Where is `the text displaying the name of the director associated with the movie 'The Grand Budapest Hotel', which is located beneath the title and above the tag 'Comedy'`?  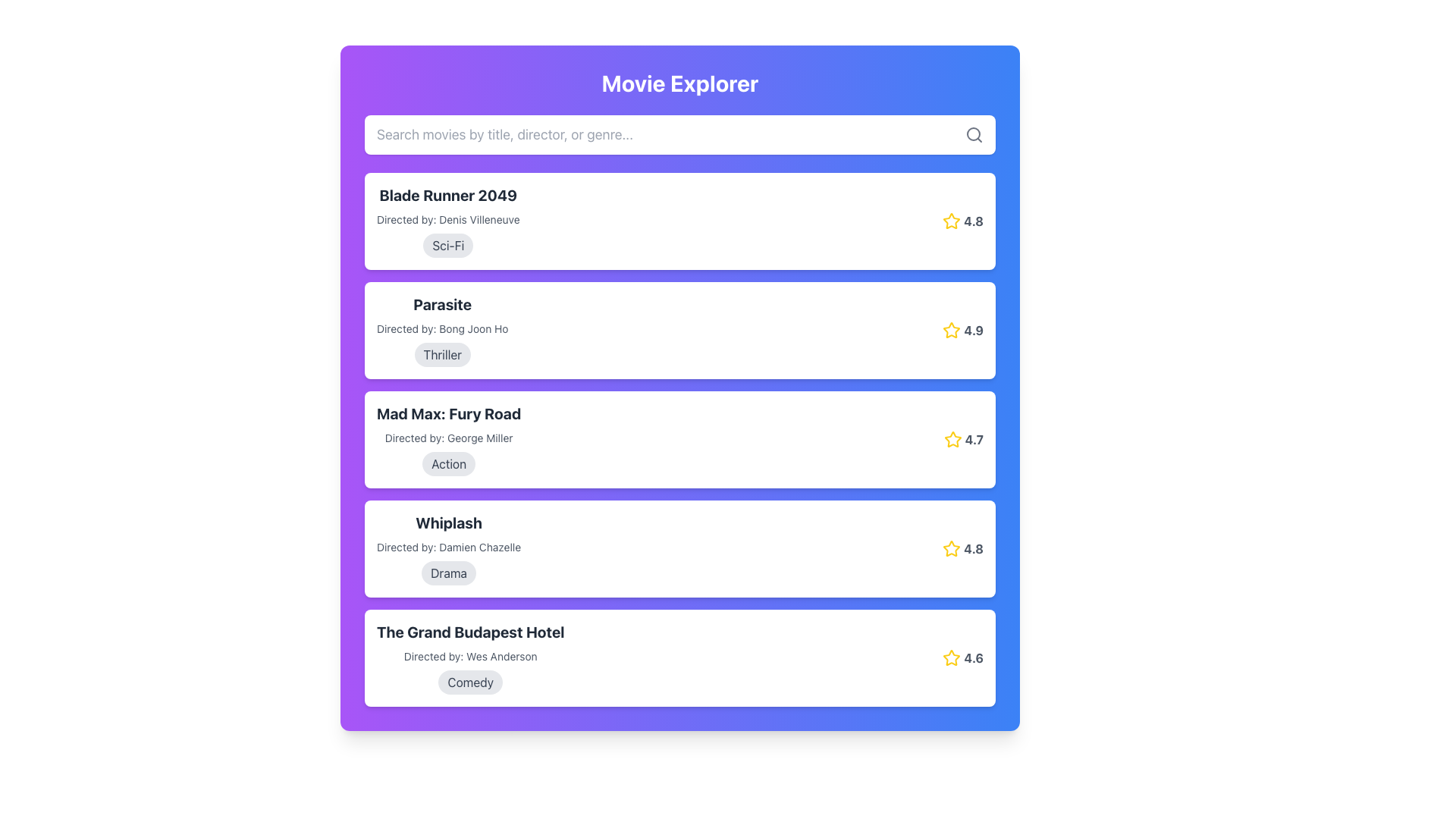
the text displaying the name of the director associated with the movie 'The Grand Budapest Hotel', which is located beneath the title and above the tag 'Comedy' is located at coordinates (469, 656).